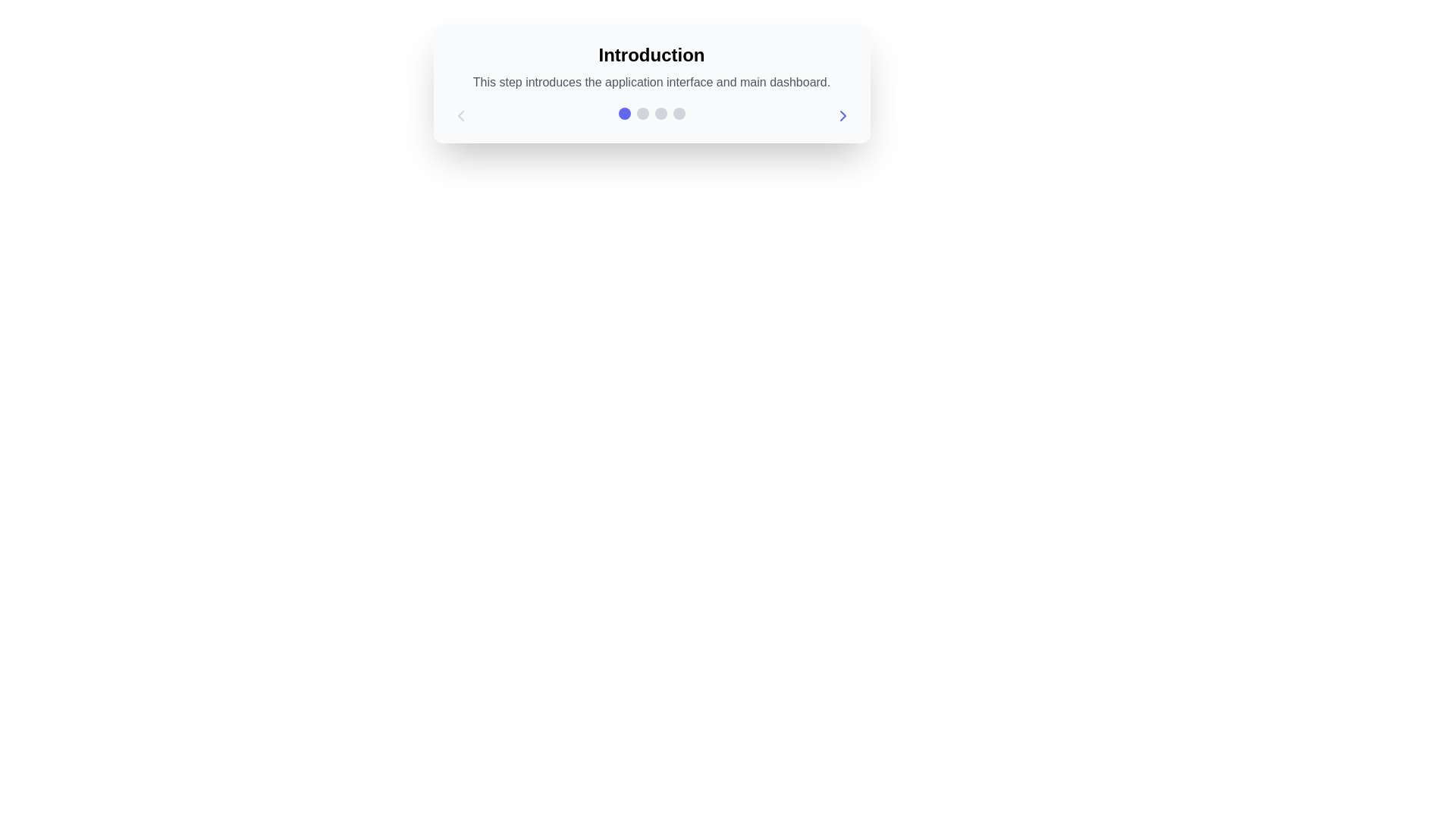 The height and width of the screenshot is (819, 1456). I want to click on the third gray circular indicator in the row of step indicators within the 'Introduction' card, so click(661, 113).